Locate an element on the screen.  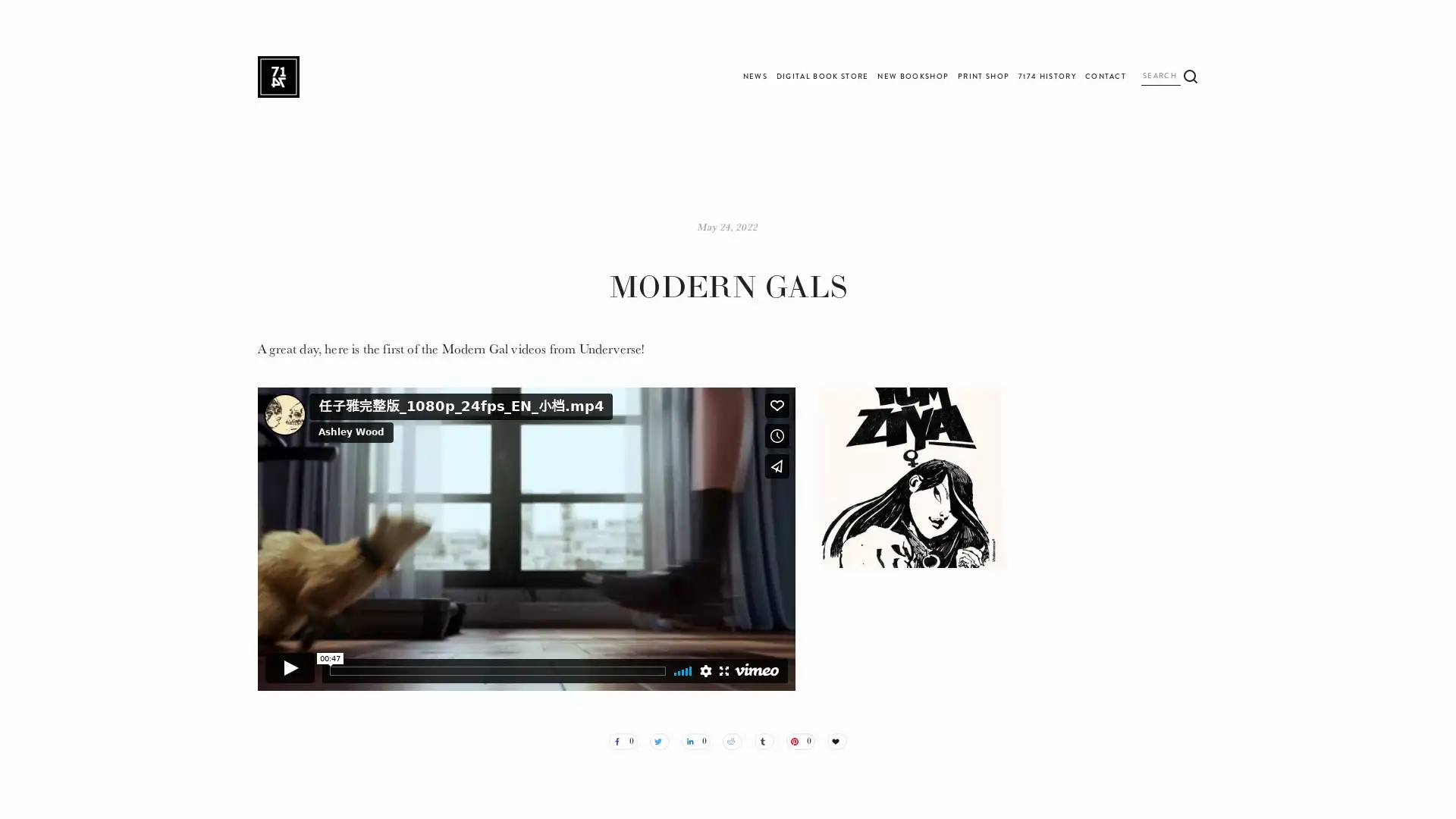
View fullsize zumposter2.jpg is located at coordinates (910, 475).